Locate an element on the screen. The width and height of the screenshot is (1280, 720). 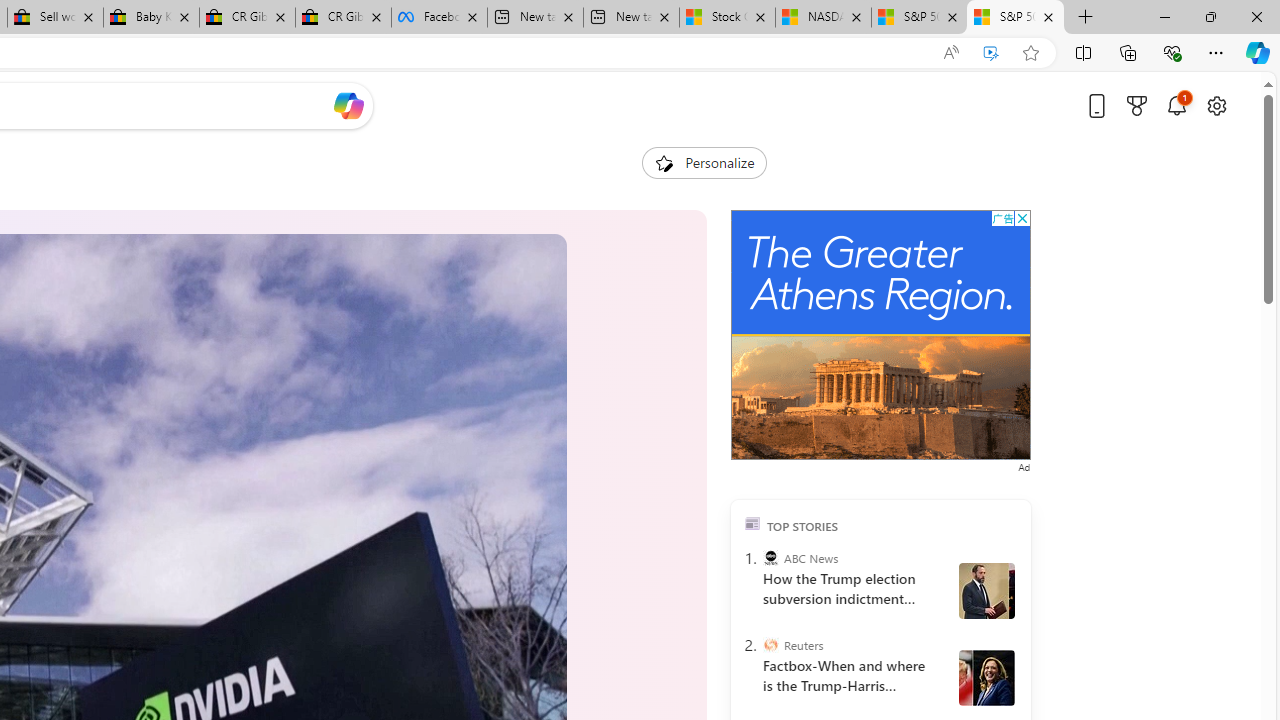
'Baby Keepsakes & Announcements for sale | eBay' is located at coordinates (150, 17).